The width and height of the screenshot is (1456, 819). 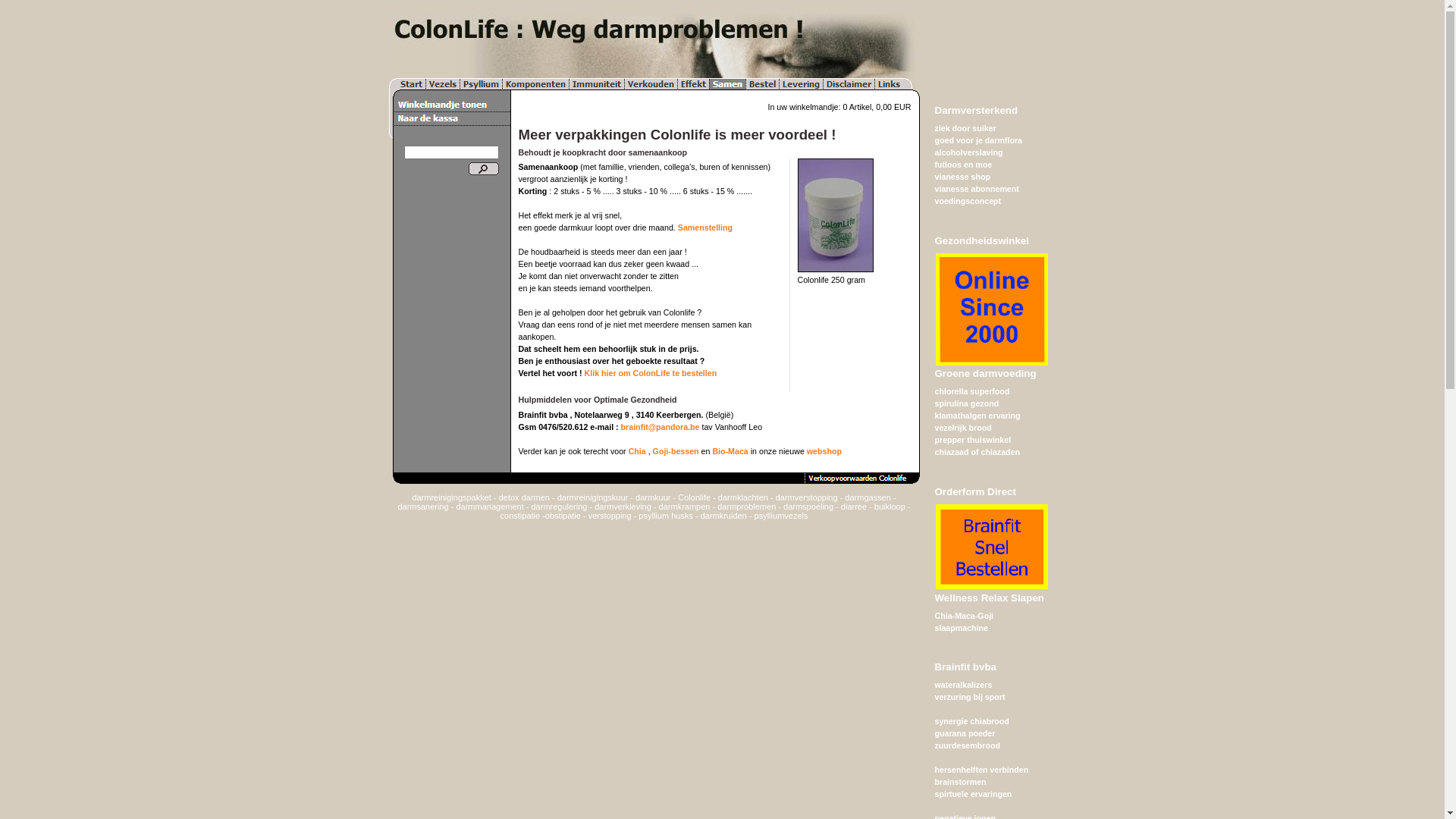 What do you see at coordinates (959, 781) in the screenshot?
I see `'brainstormen'` at bounding box center [959, 781].